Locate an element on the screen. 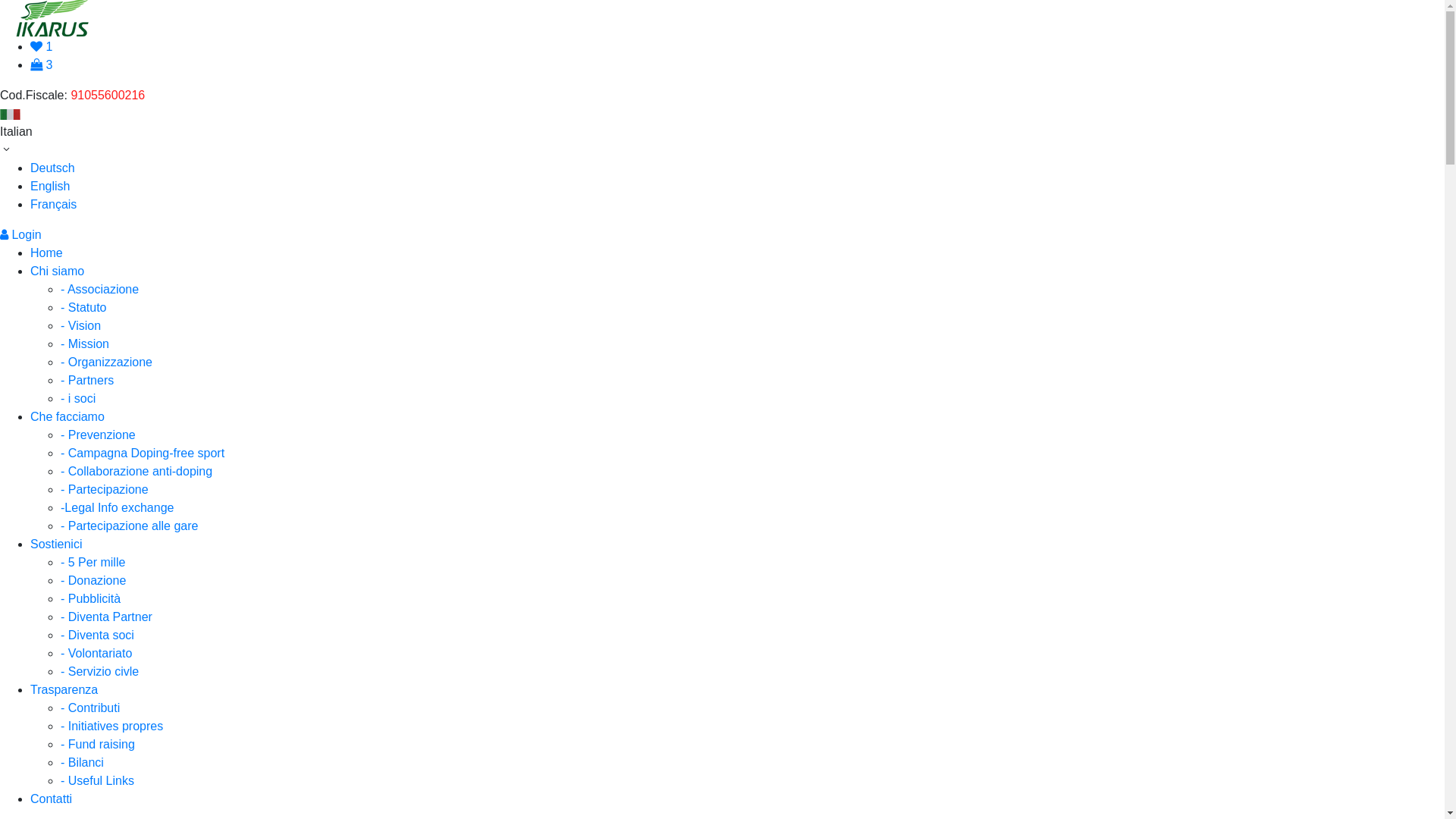 Image resolution: width=1456 pixels, height=819 pixels. 'Trasparenza' is located at coordinates (30, 689).